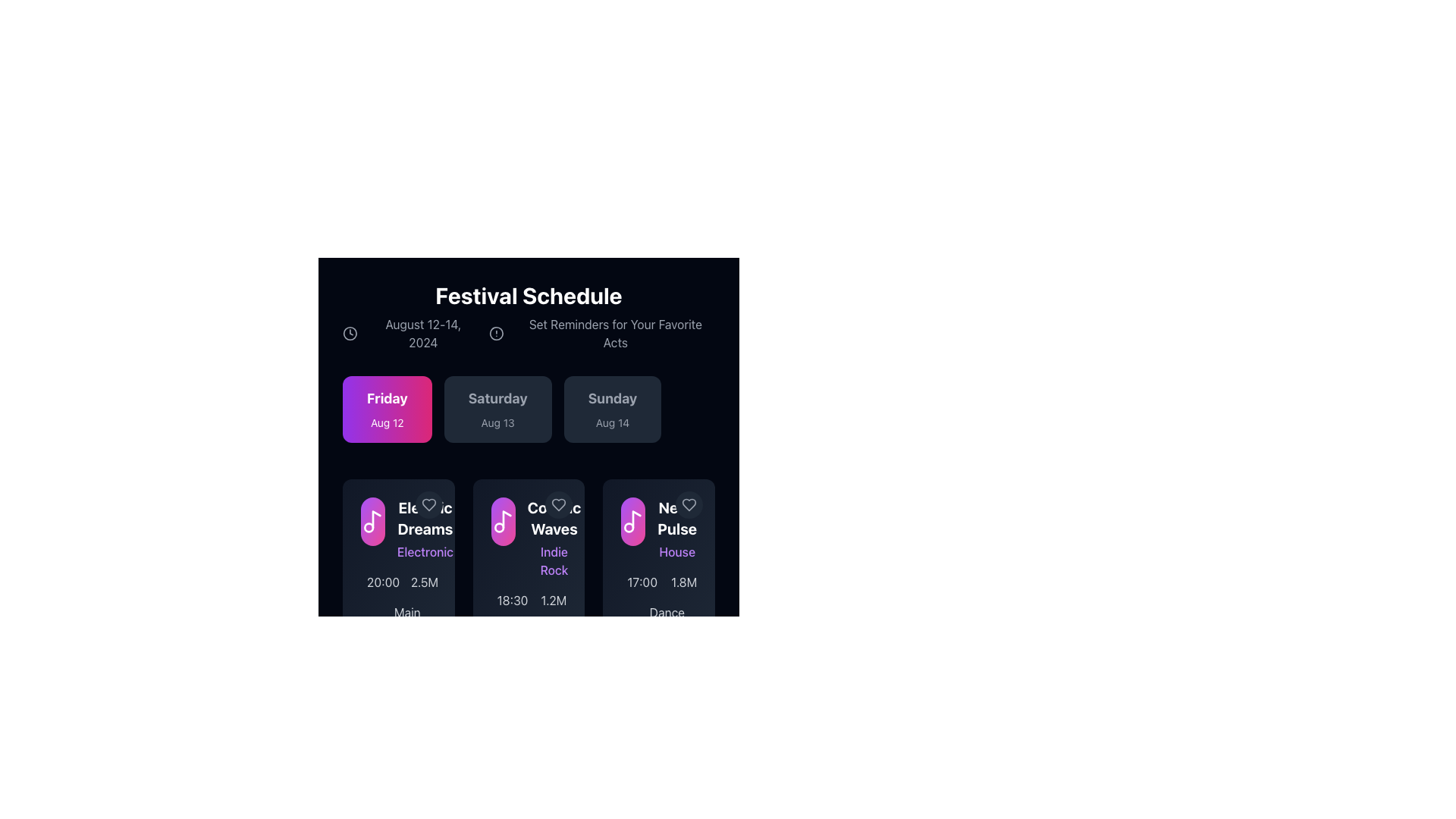 The height and width of the screenshot is (819, 1456). Describe the element at coordinates (558, 505) in the screenshot. I see `the heart icon outlined in gray located in the top-right corner of the grid card` at that location.